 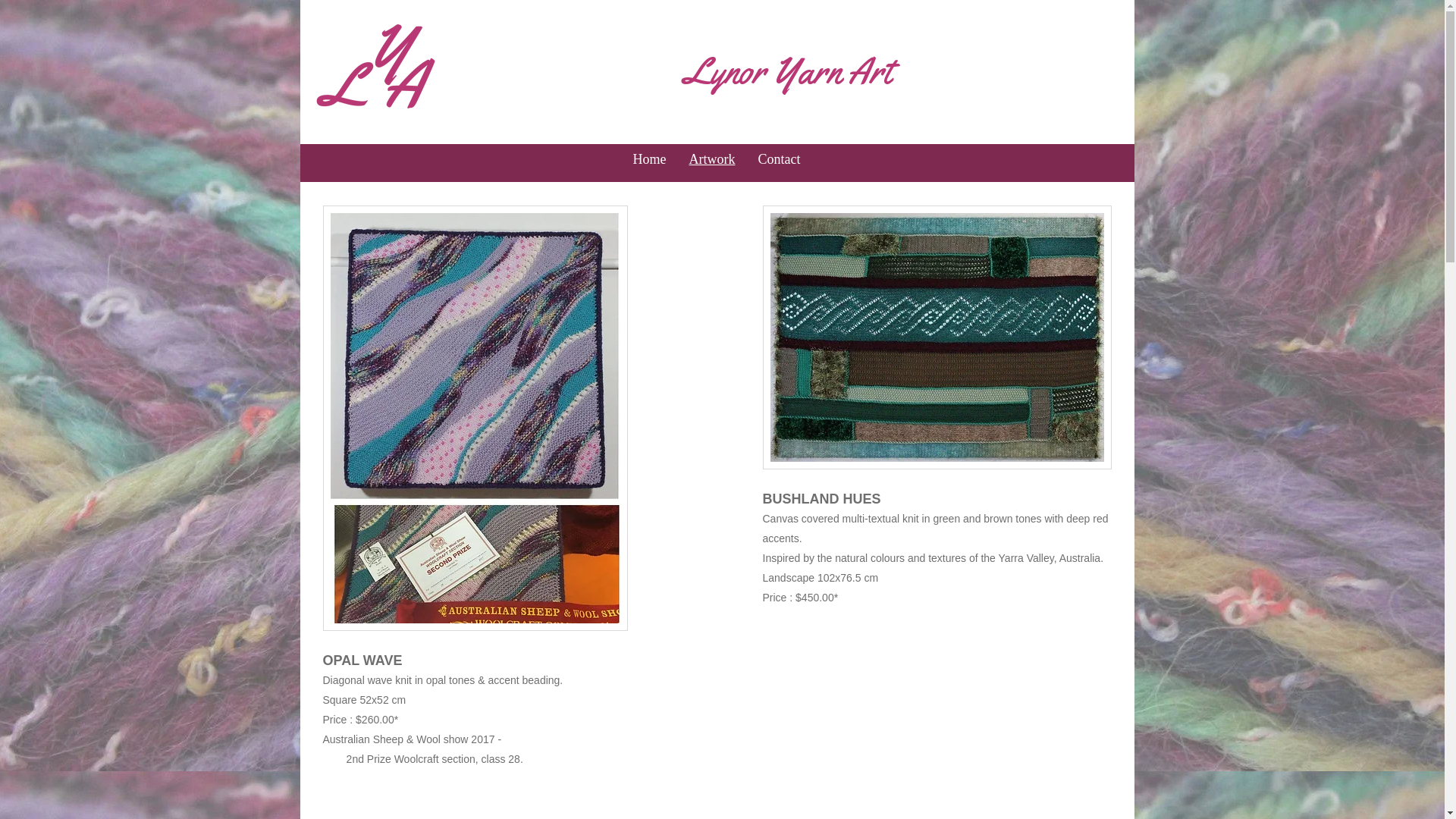 I want to click on 'Artwork', so click(x=711, y=158).